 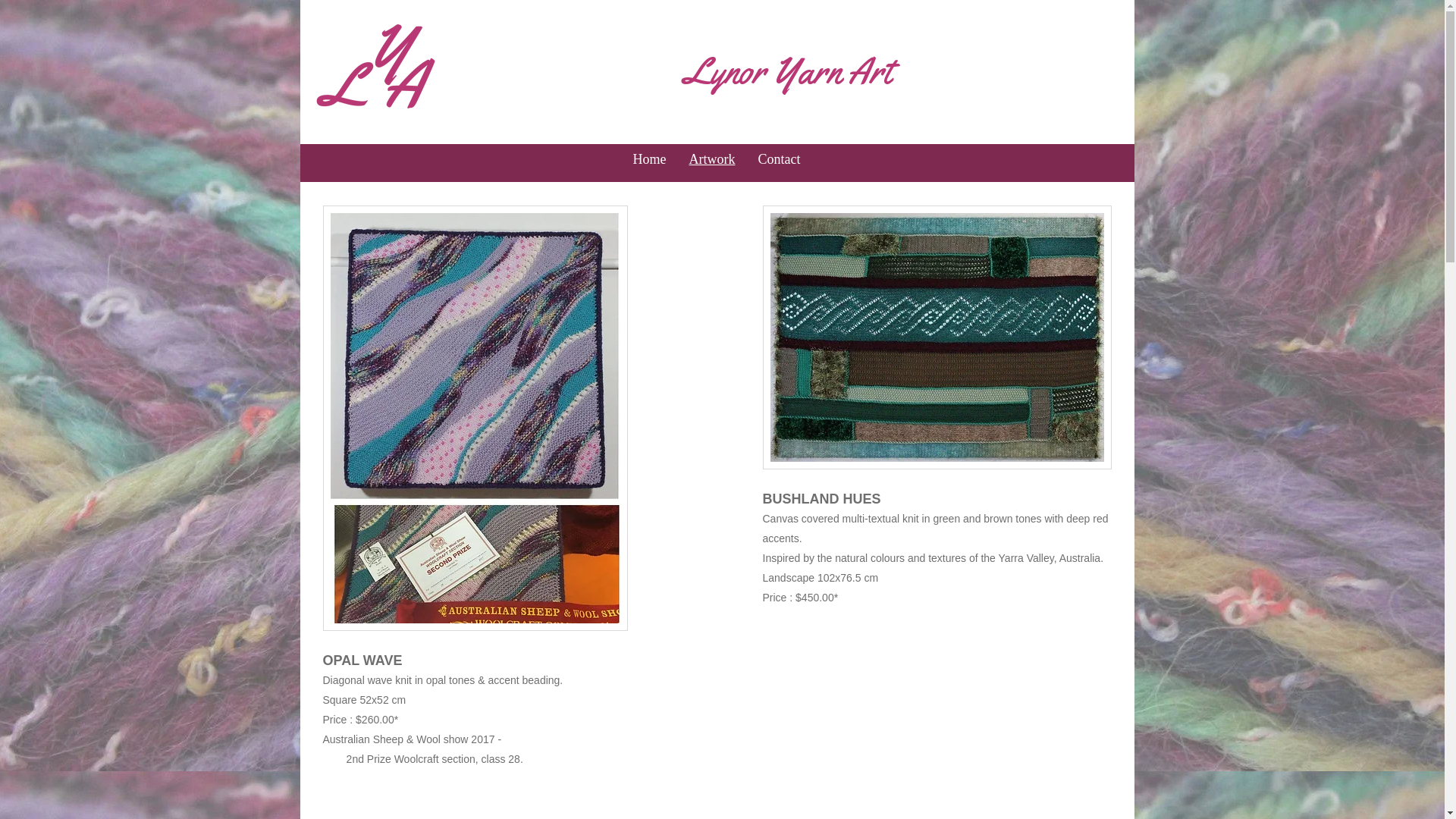 I want to click on 'Artwork', so click(x=711, y=158).